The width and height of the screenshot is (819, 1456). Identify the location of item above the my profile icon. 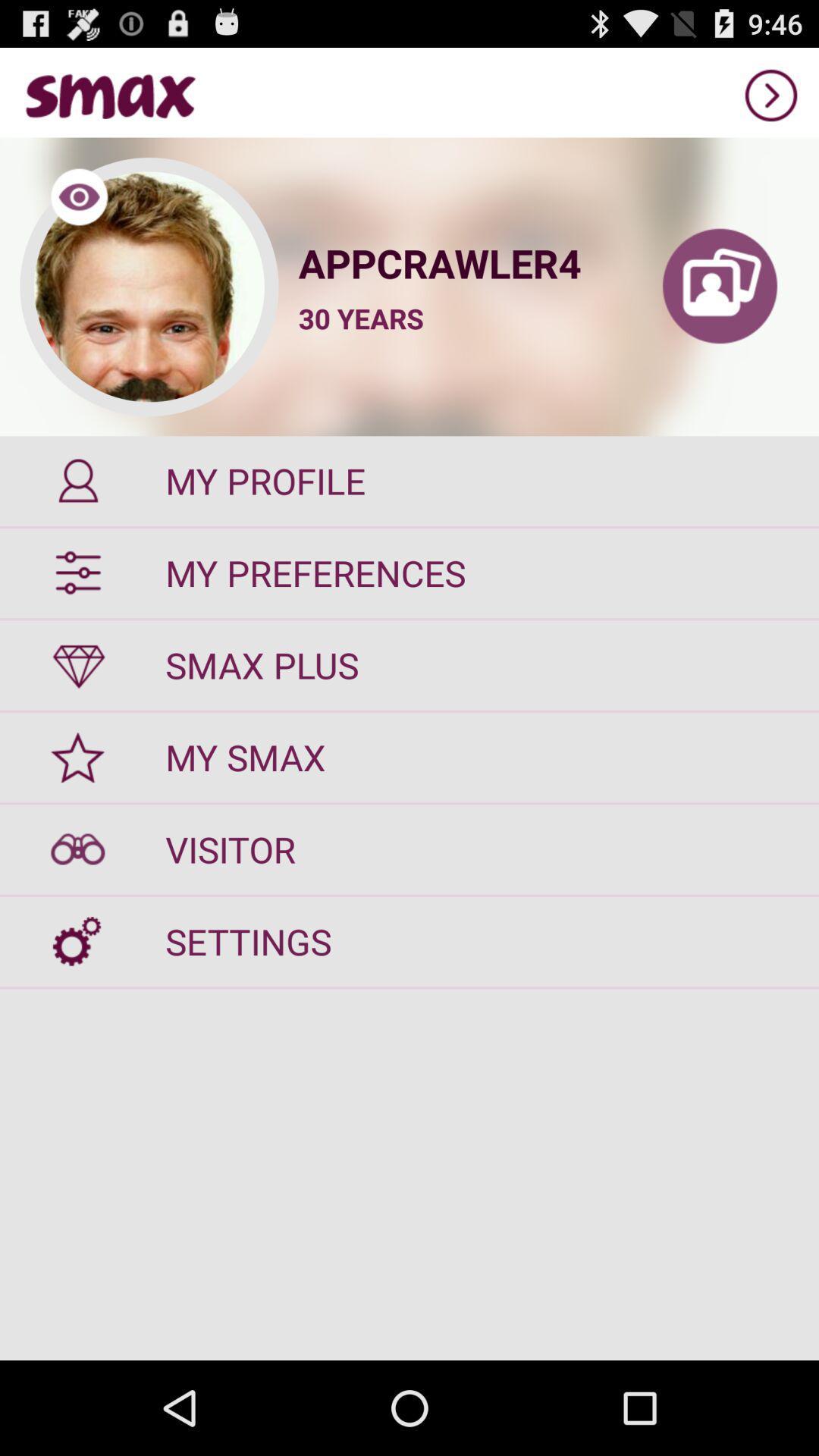
(361, 318).